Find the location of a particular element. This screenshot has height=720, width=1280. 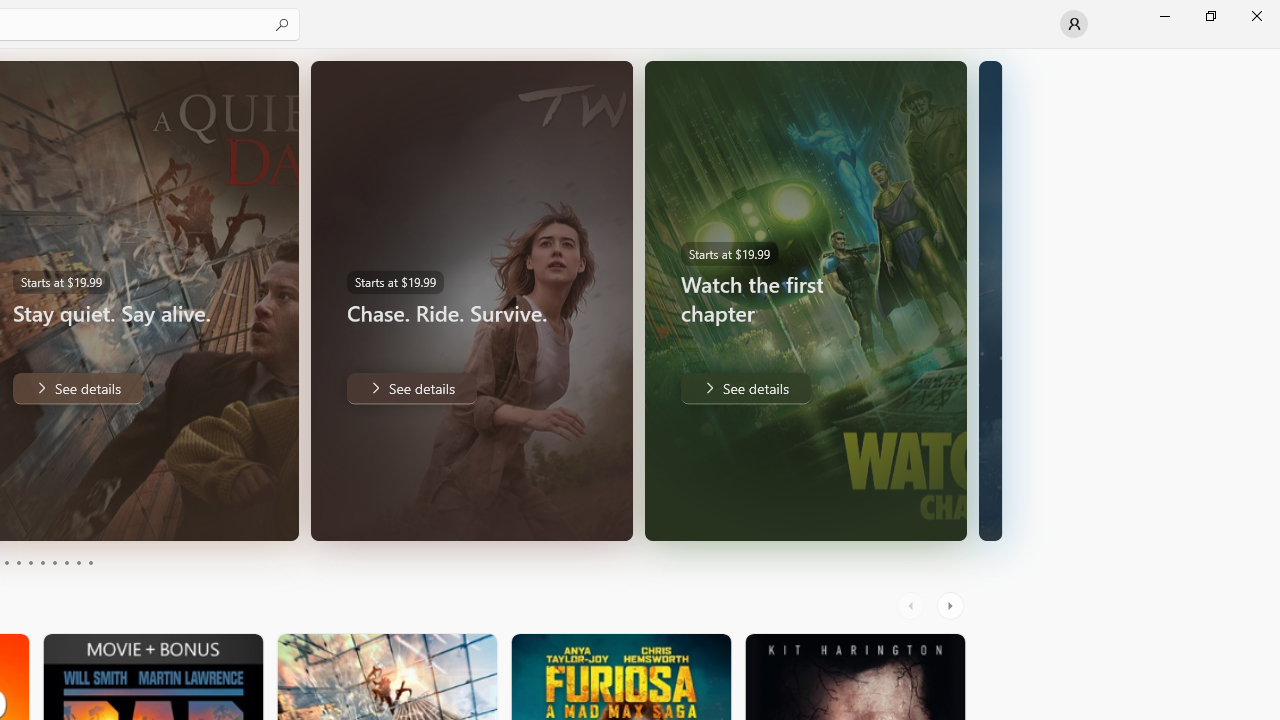

'Page 4' is located at coordinates (17, 563).